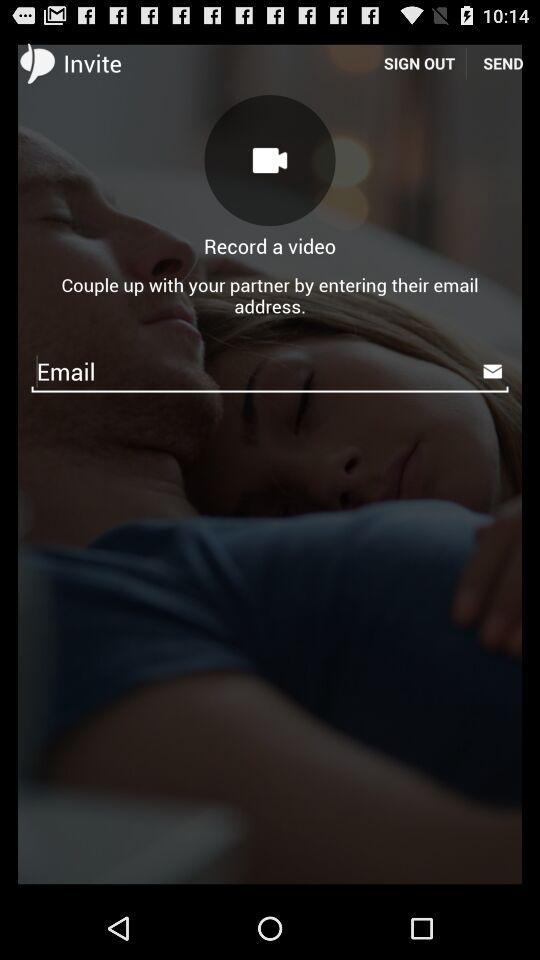 The image size is (540, 960). I want to click on icon next to sign out, so click(270, 159).